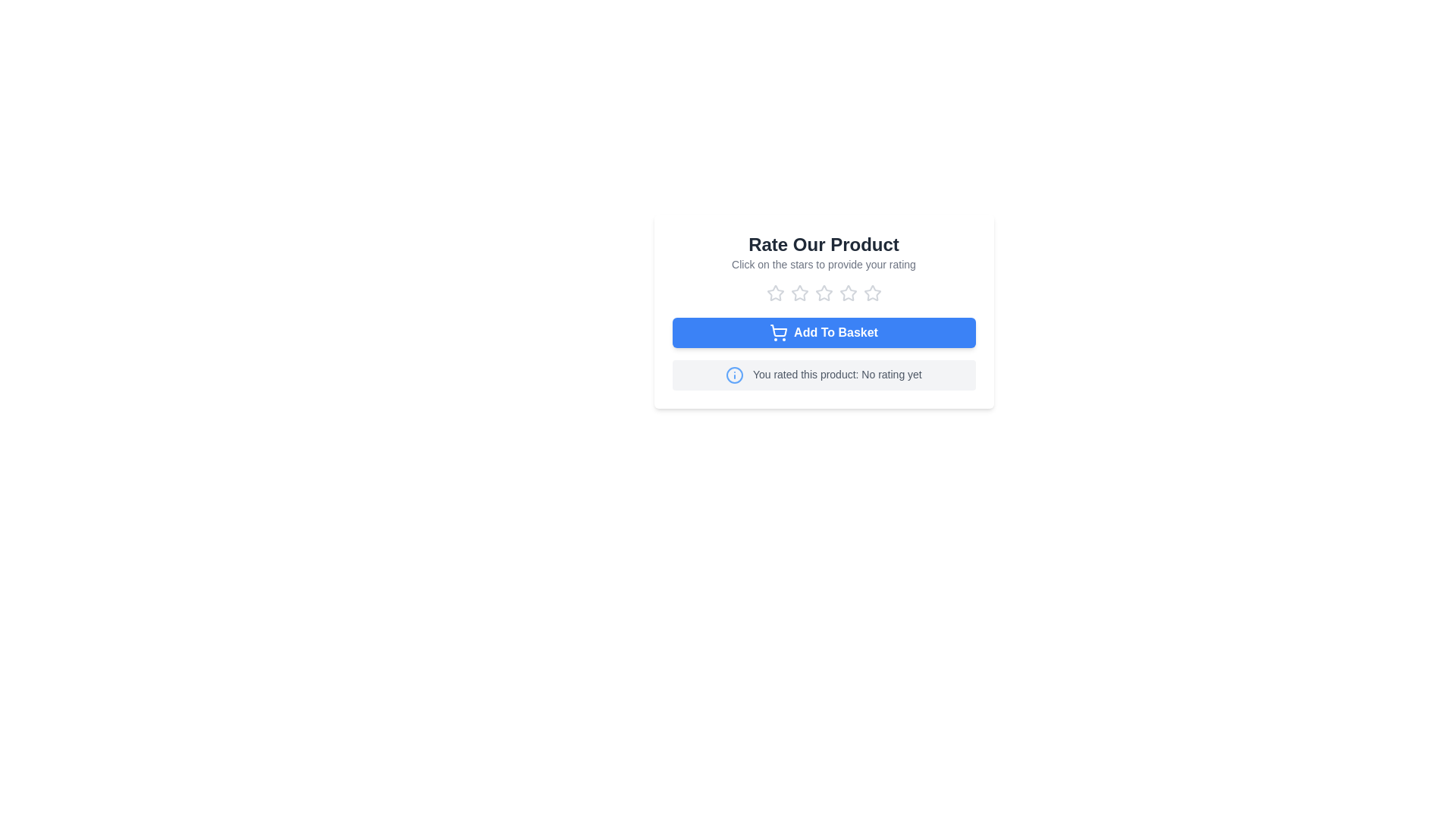 This screenshot has height=819, width=1456. Describe the element at coordinates (735, 375) in the screenshot. I see `the outermost circular boundary of the SVG icon located in the bottom left of the rating section, near the text 'You rated this product: No rating yet.'` at that location.